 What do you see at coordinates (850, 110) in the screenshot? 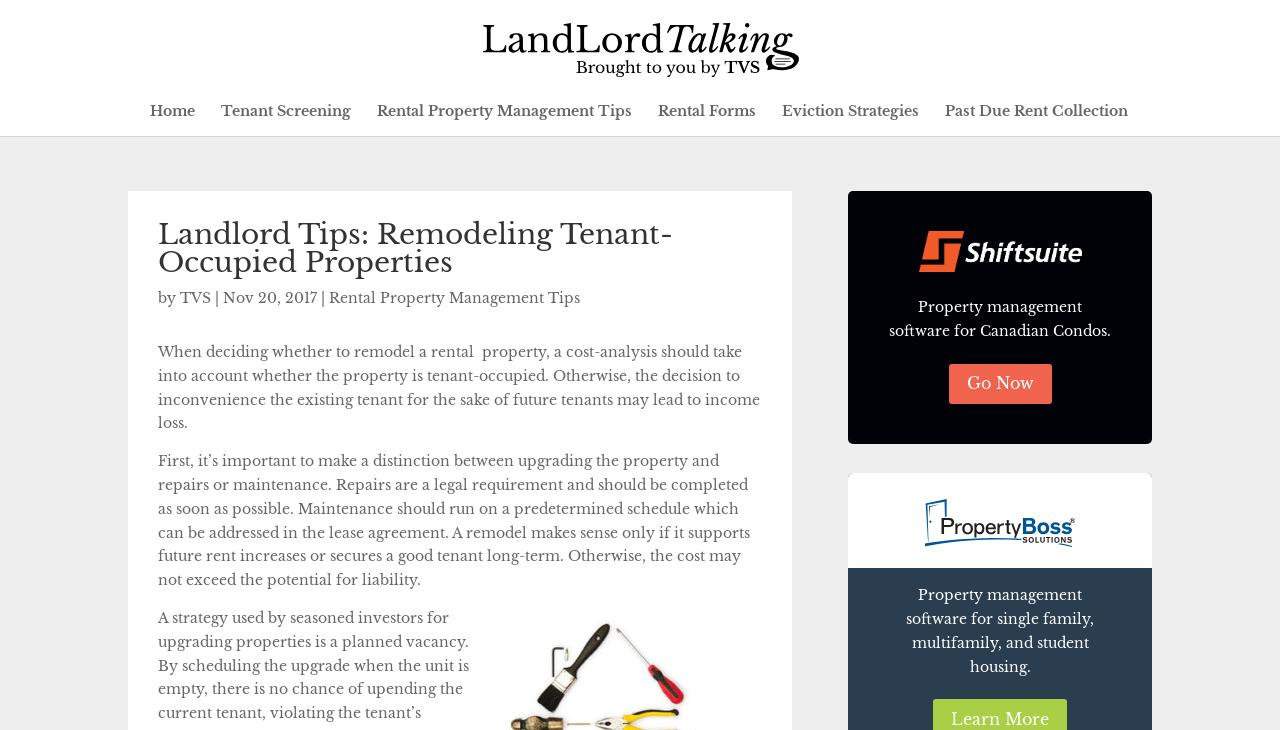
I see `'Eviction Strategies'` at bounding box center [850, 110].